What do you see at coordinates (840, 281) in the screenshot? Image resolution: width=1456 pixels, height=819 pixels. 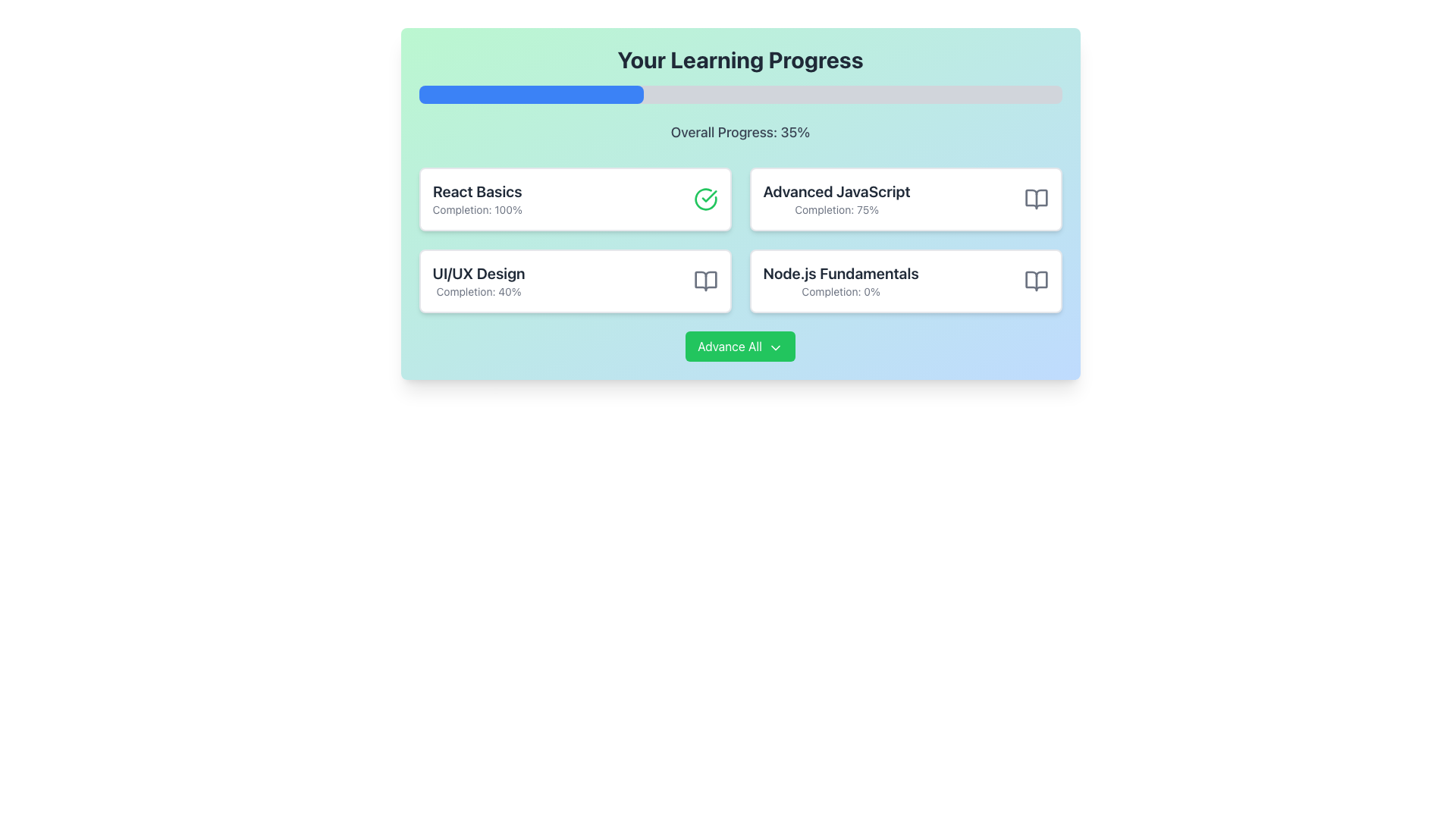 I see `the Text display element that shows 'Node.js Fundamentals' and 'Completion: 0%' within the 'Your Learning Progress' section` at bounding box center [840, 281].